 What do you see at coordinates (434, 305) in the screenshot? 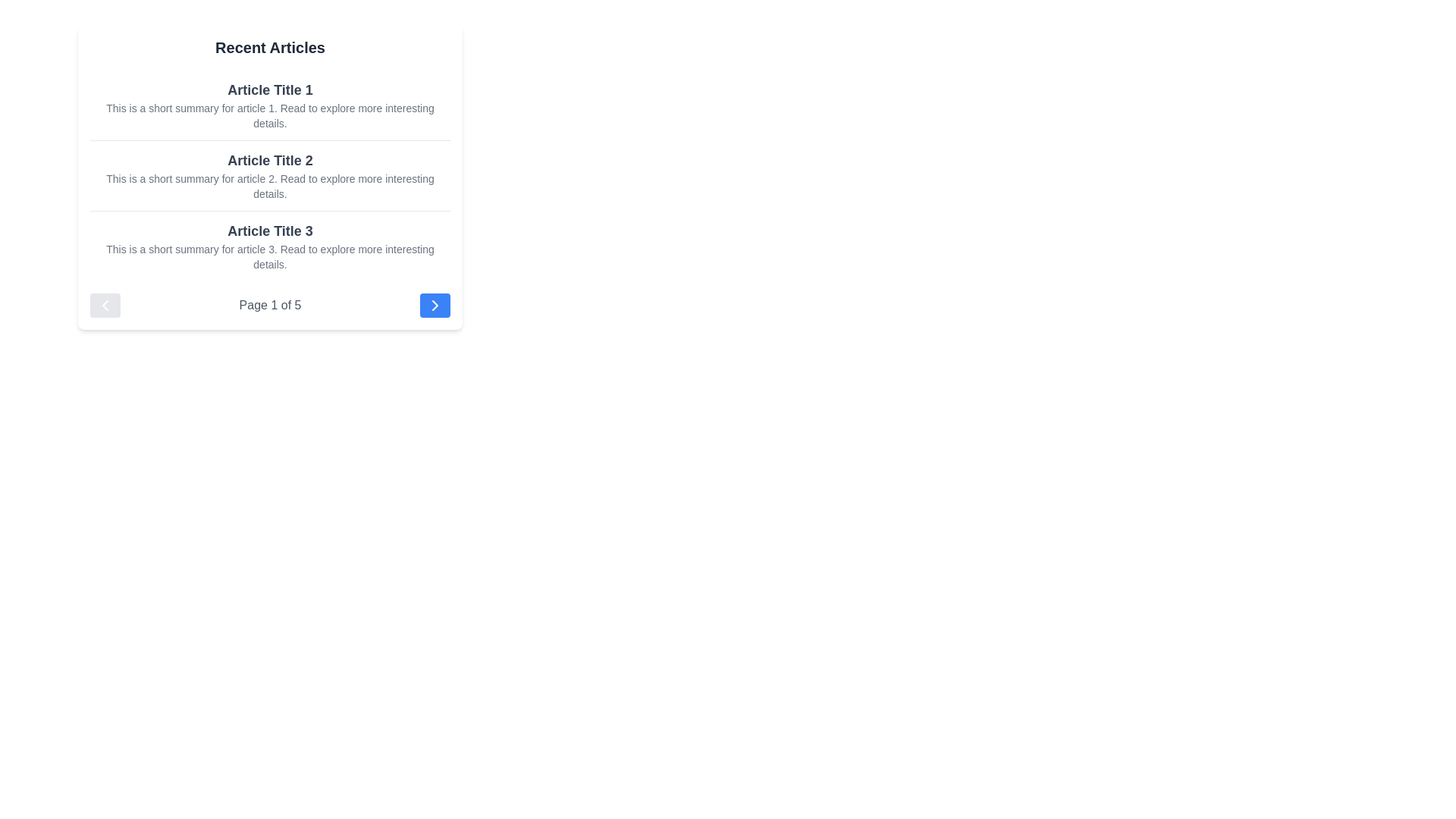
I see `the chevron-shaped arrow icon pointing to the right, located in the blue navigation box at the bottom-right corner of the 'Recent Articles' section` at bounding box center [434, 305].